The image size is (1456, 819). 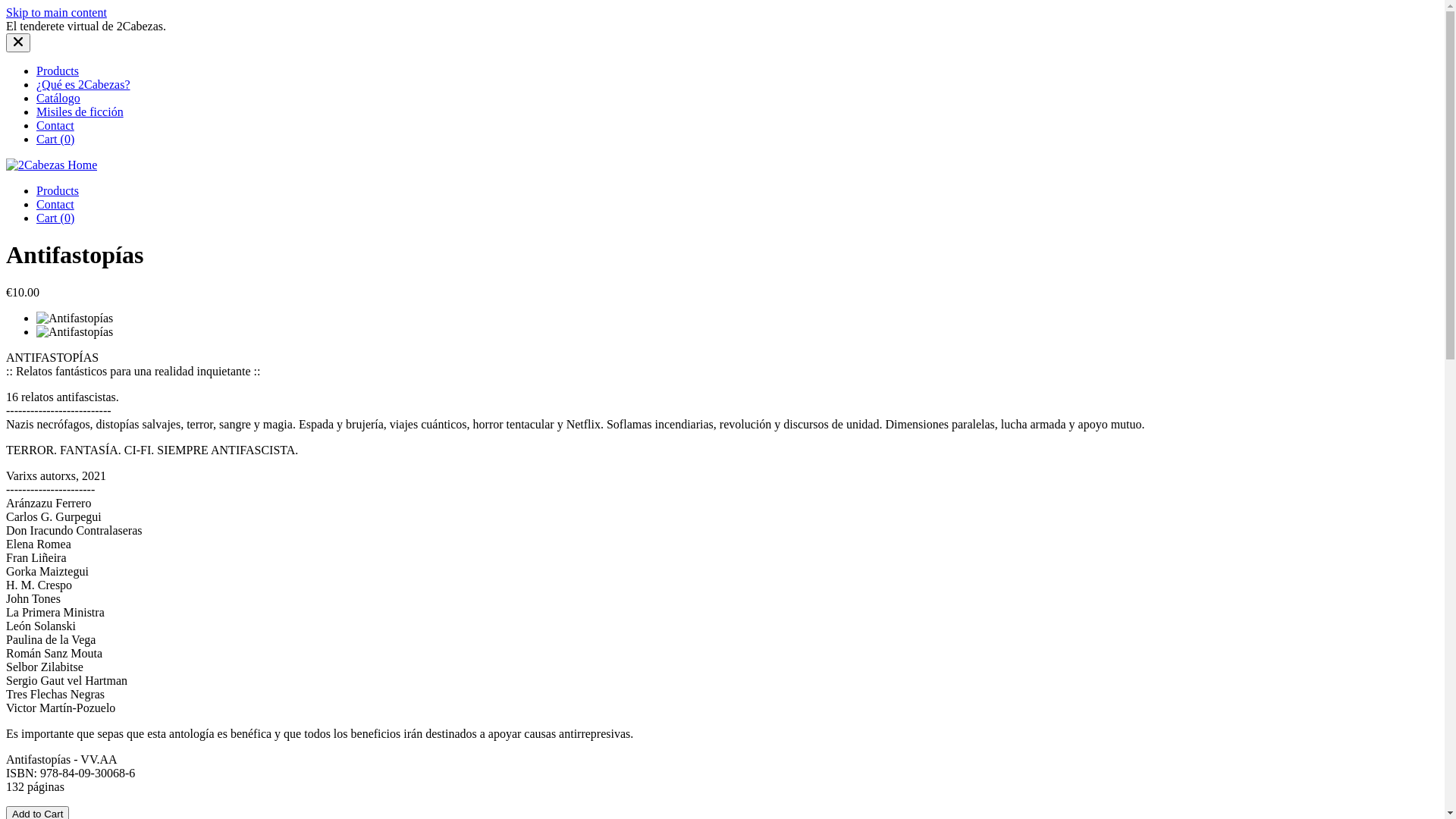 What do you see at coordinates (18, 42) in the screenshot?
I see `'Close announcement message'` at bounding box center [18, 42].